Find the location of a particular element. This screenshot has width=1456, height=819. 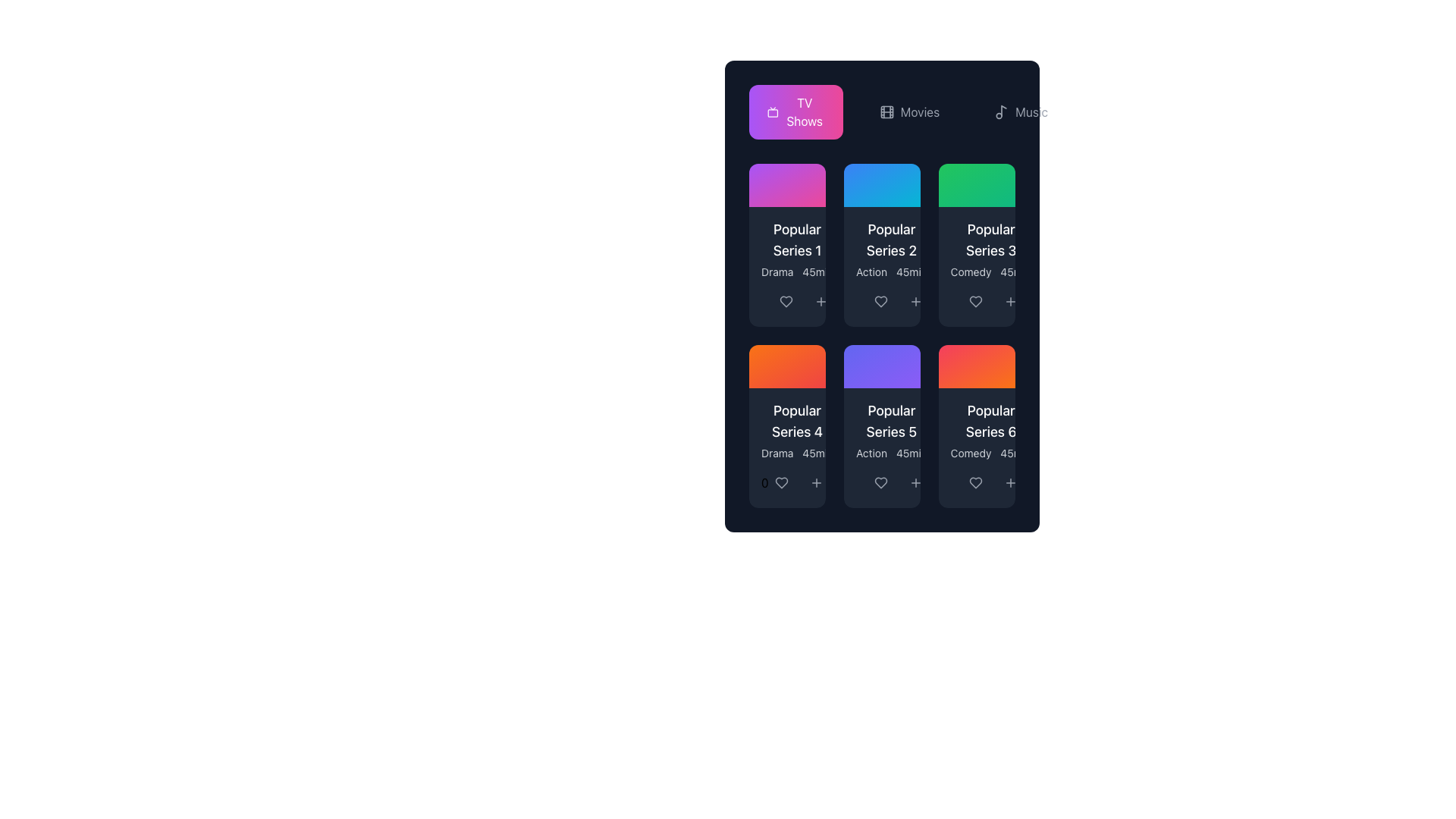

the small circular '+' icon located at the bottom-right corner of the 'Popular Series 2' card is located at coordinates (915, 301).